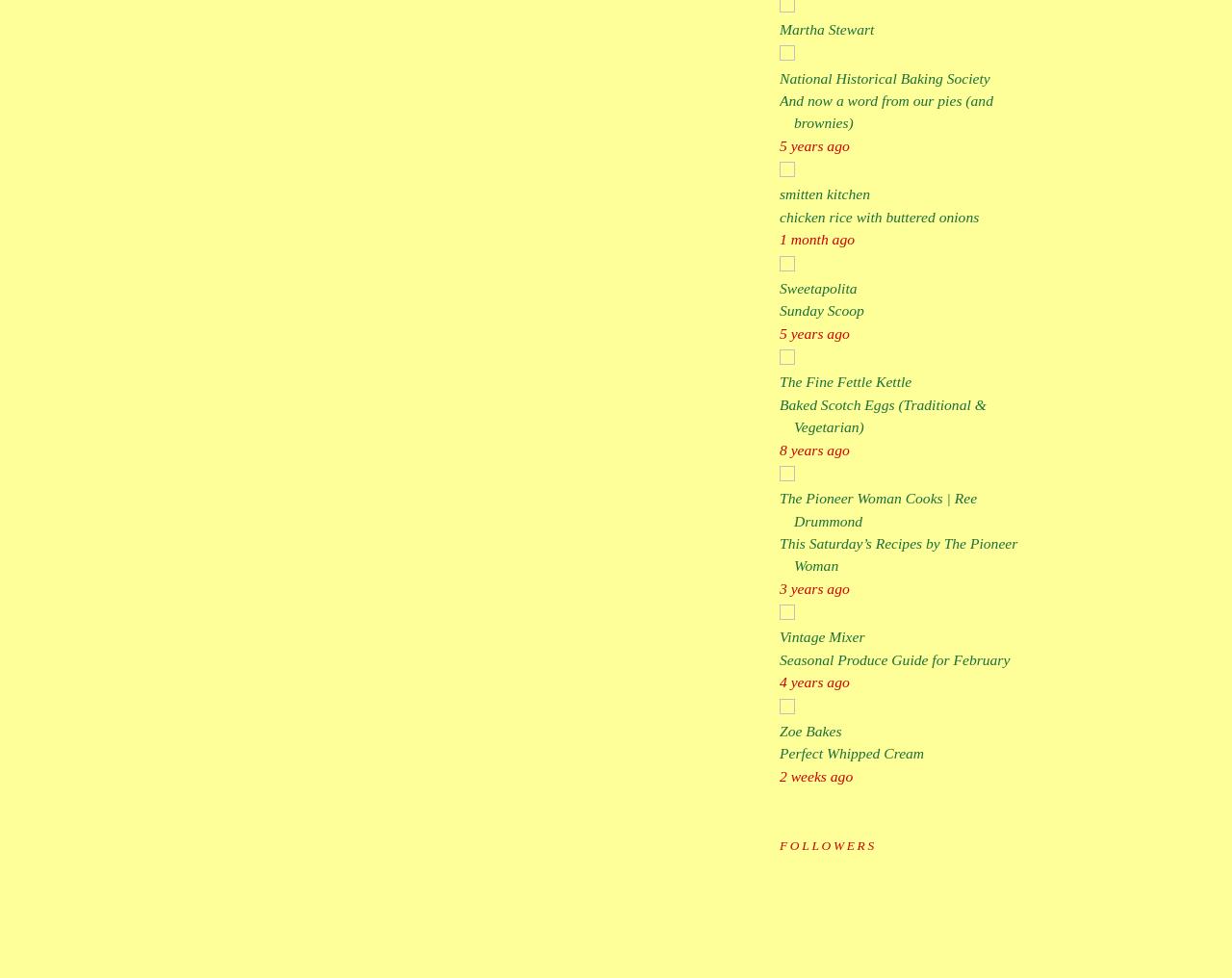  What do you see at coordinates (878, 216) in the screenshot?
I see `'chicken rice with buttered onions'` at bounding box center [878, 216].